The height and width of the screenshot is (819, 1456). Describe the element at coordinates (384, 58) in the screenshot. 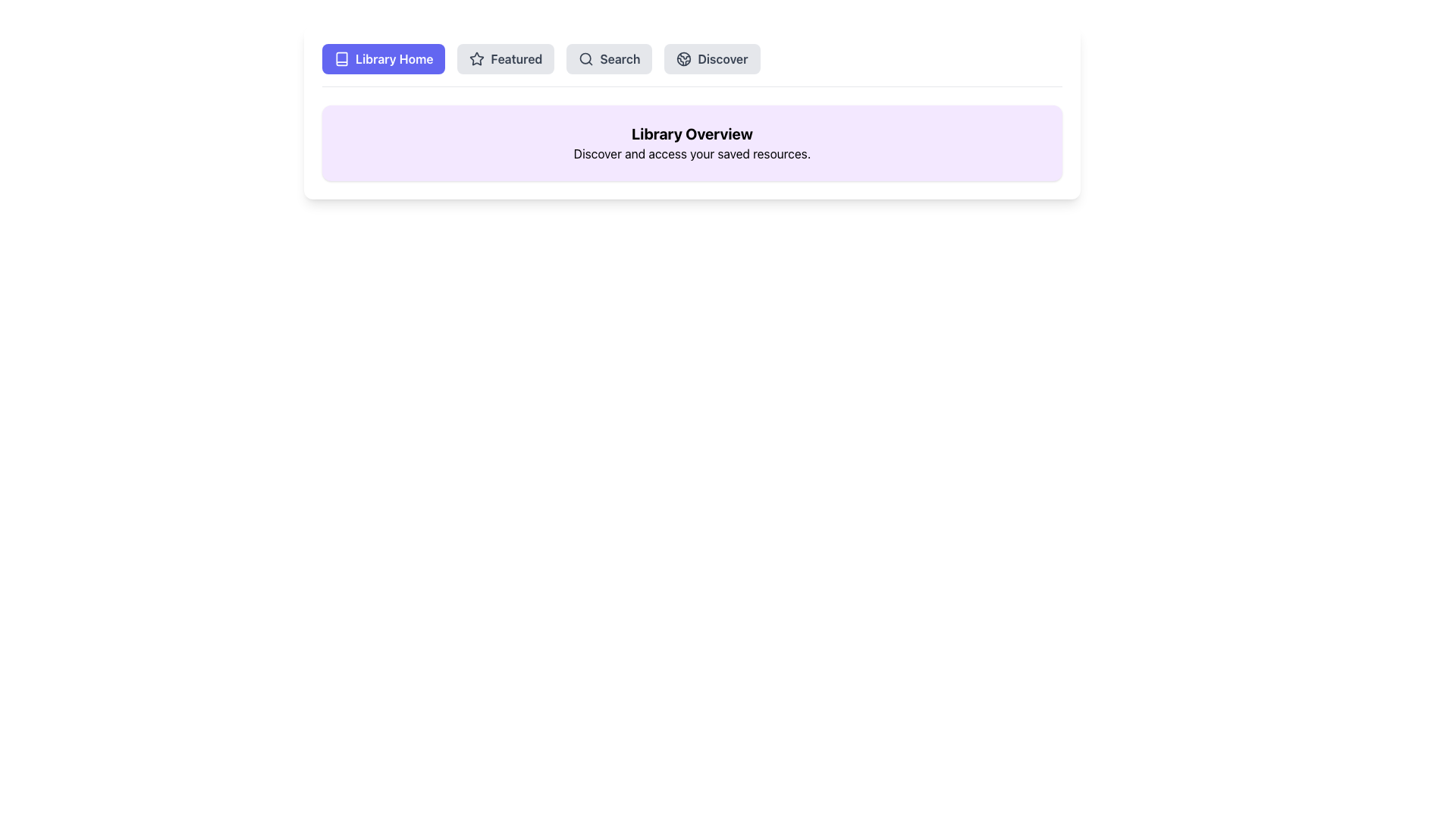

I see `the 'Library Home' button for keyboard navigation` at that location.